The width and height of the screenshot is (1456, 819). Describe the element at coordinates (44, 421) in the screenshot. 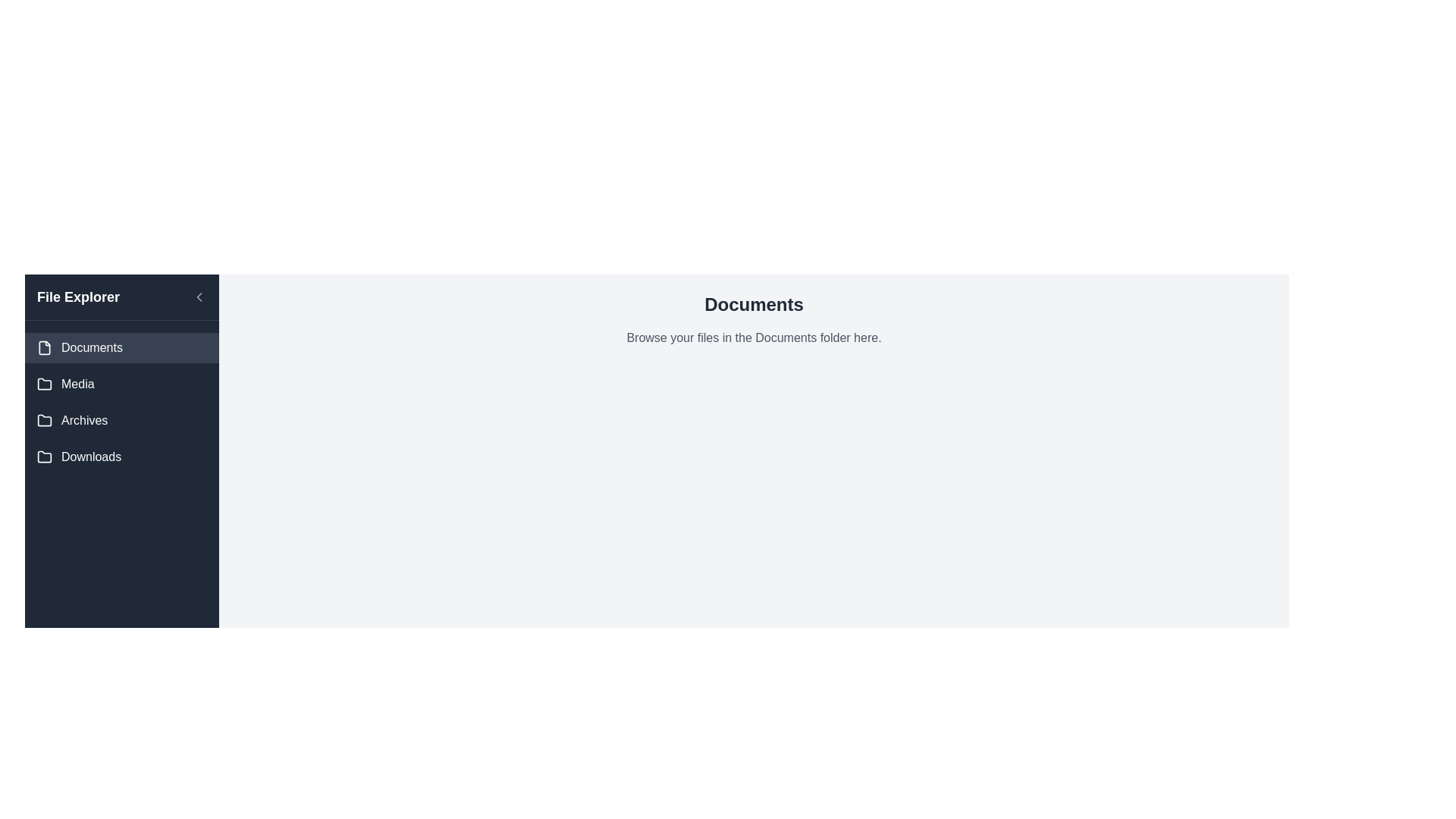

I see `the 'Archives' folder icon located in the 'File Explorer' sidebar, adjacent to the 'Archives' label` at that location.